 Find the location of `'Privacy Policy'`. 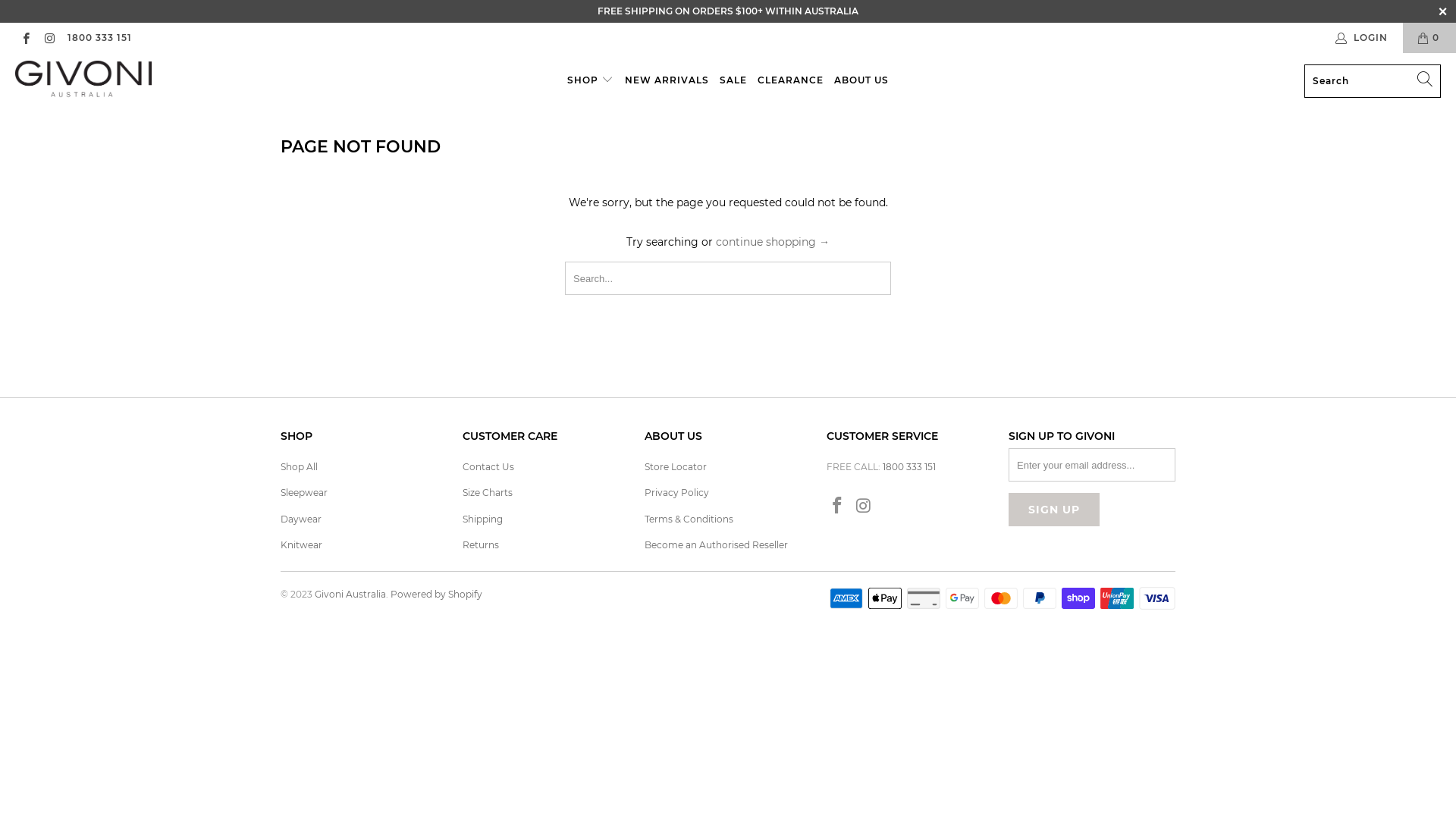

'Privacy Policy' is located at coordinates (676, 492).